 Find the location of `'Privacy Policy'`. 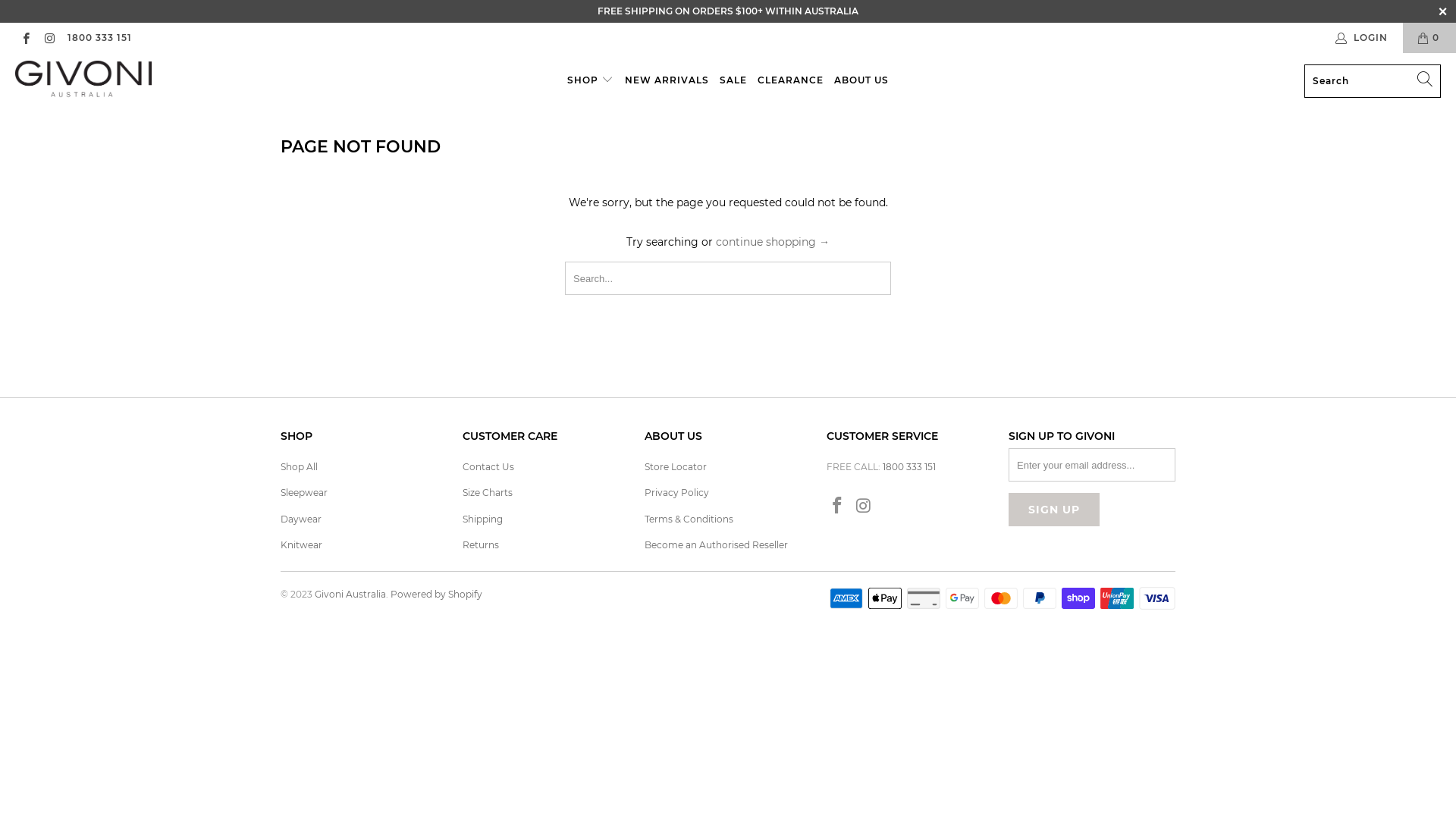

'Privacy Policy' is located at coordinates (676, 492).